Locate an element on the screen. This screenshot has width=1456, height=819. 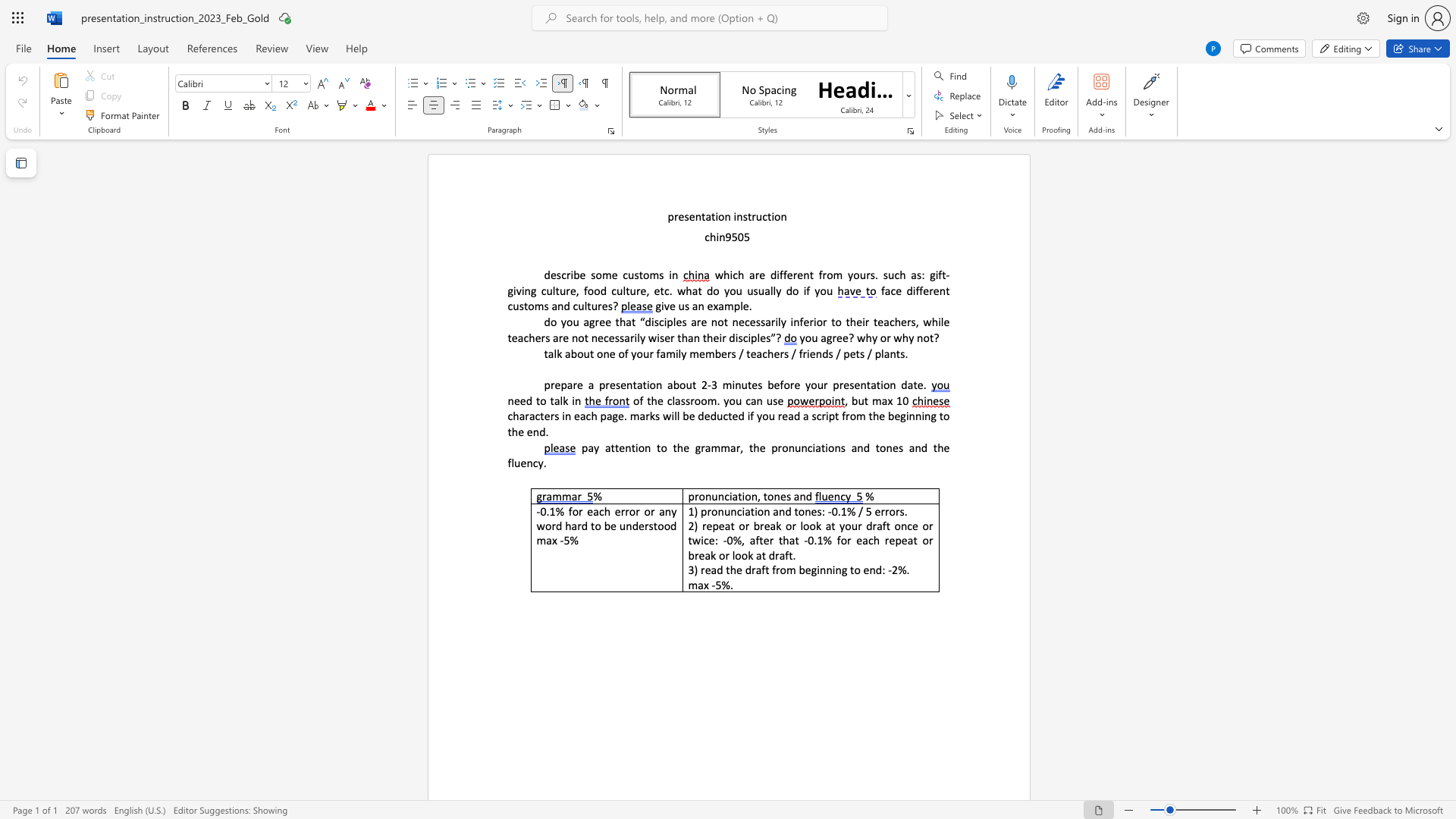
the subset text "esent" within the text "3 minutes before your presentation date." is located at coordinates (843, 384).